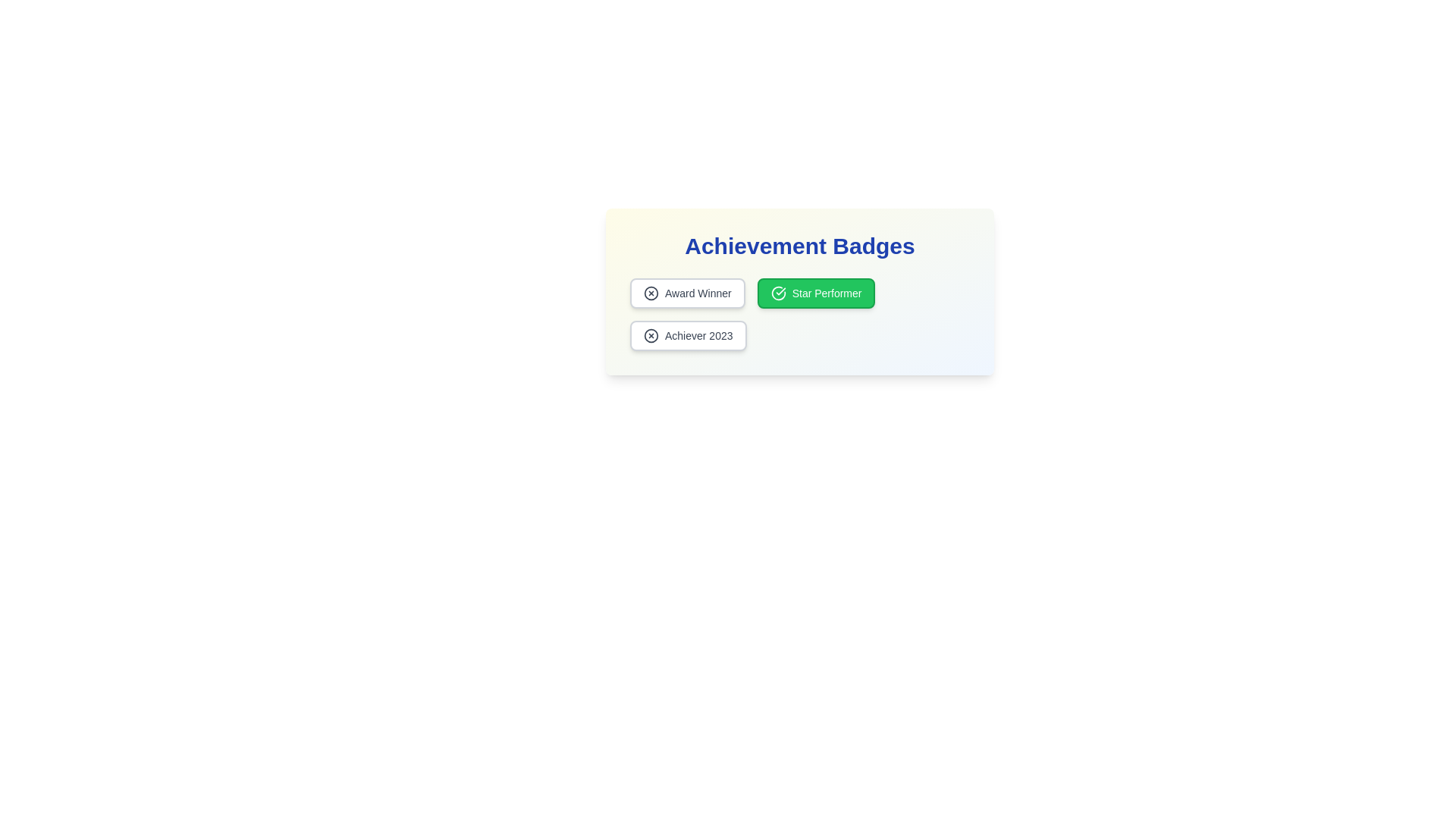 This screenshot has height=819, width=1456. I want to click on the badge labeled Achiever 2023 to observe its hover effect, so click(687, 335).